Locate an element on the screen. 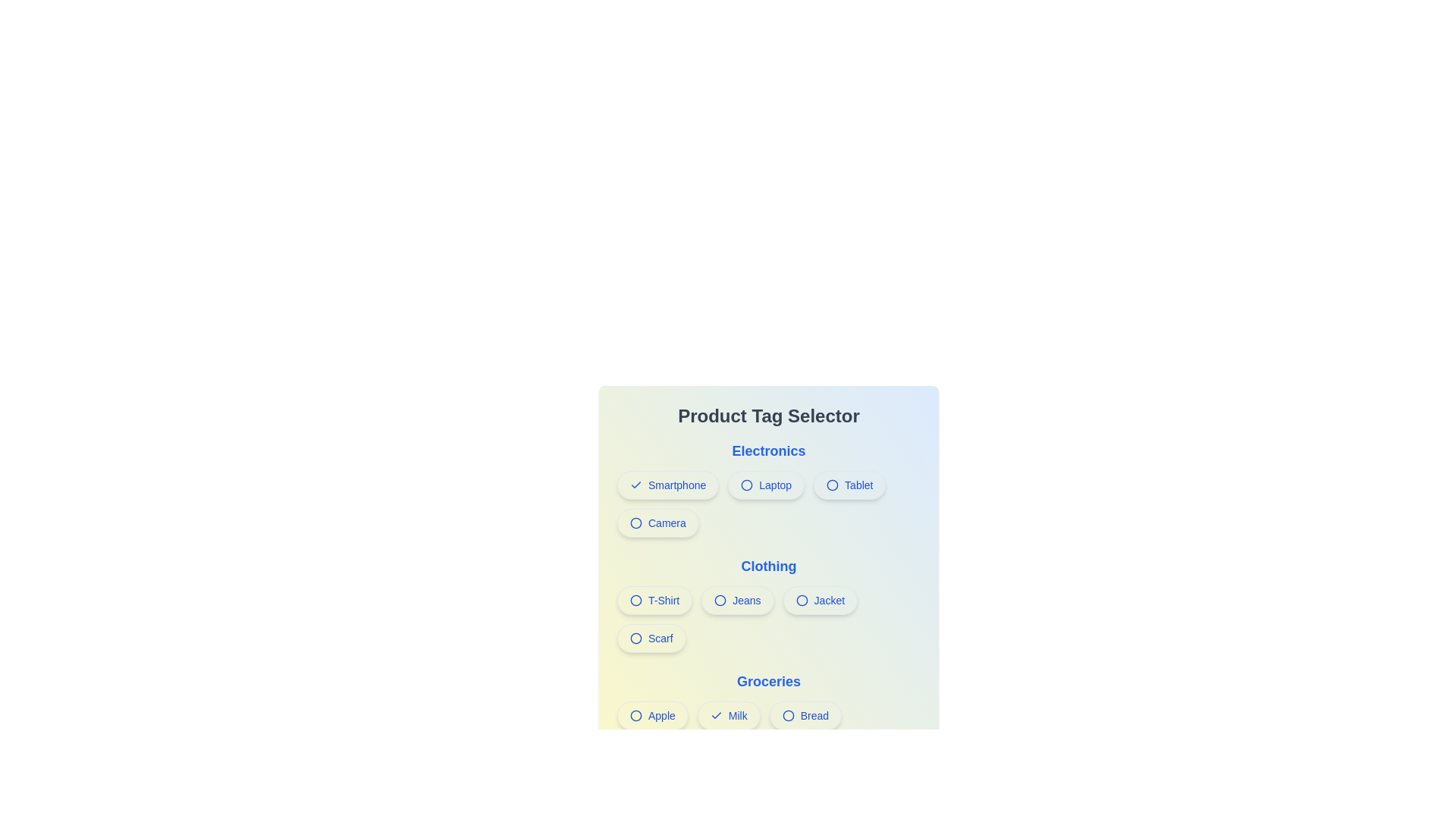 This screenshot has width=1456, height=819. the radio button circle for the 'T-Shirt' option in the 'Clothing' category is located at coordinates (636, 599).